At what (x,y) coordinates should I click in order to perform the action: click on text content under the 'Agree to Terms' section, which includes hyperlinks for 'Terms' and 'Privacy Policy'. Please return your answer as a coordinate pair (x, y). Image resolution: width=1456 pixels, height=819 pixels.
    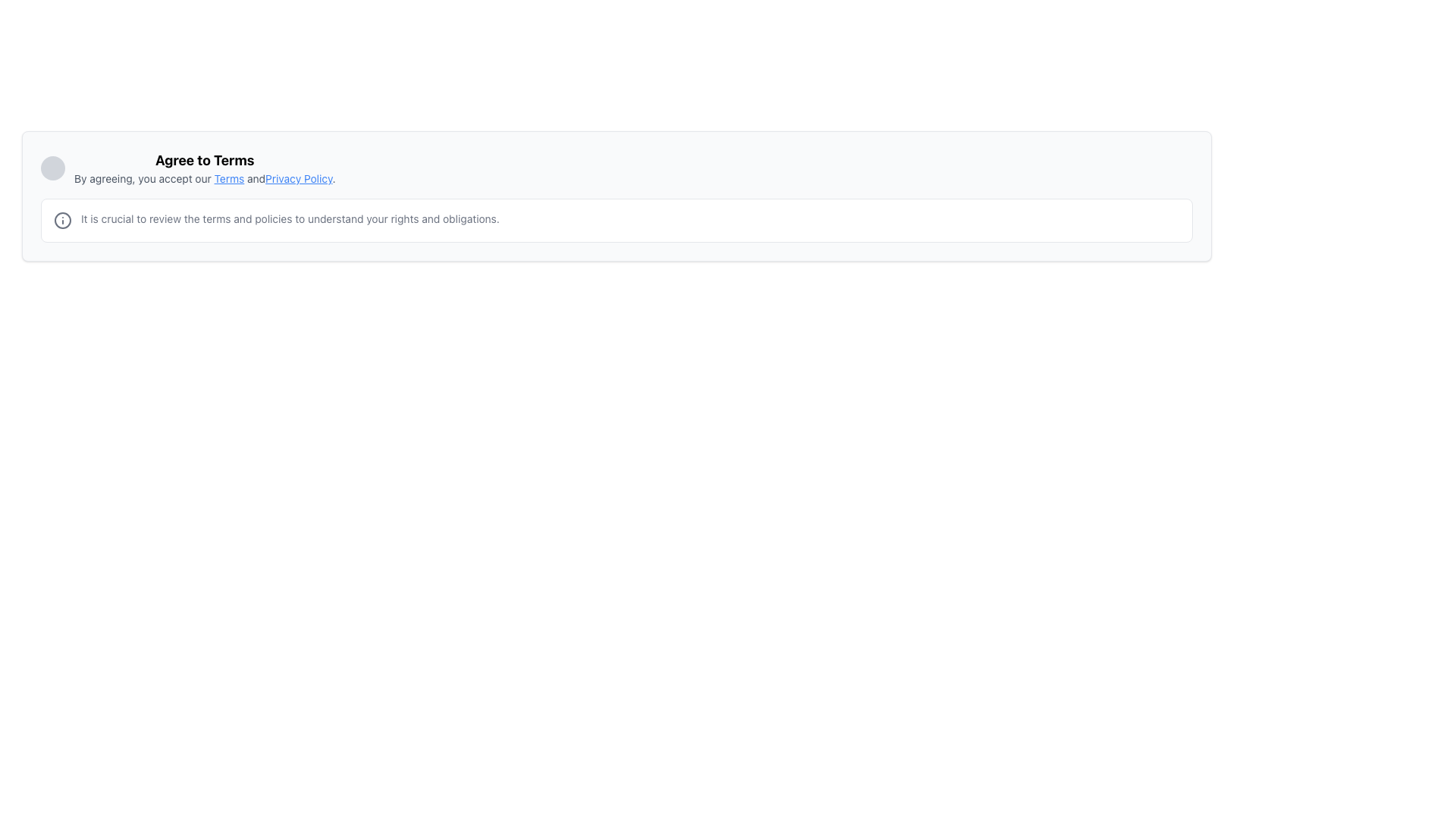
    Looking at the image, I should click on (204, 168).